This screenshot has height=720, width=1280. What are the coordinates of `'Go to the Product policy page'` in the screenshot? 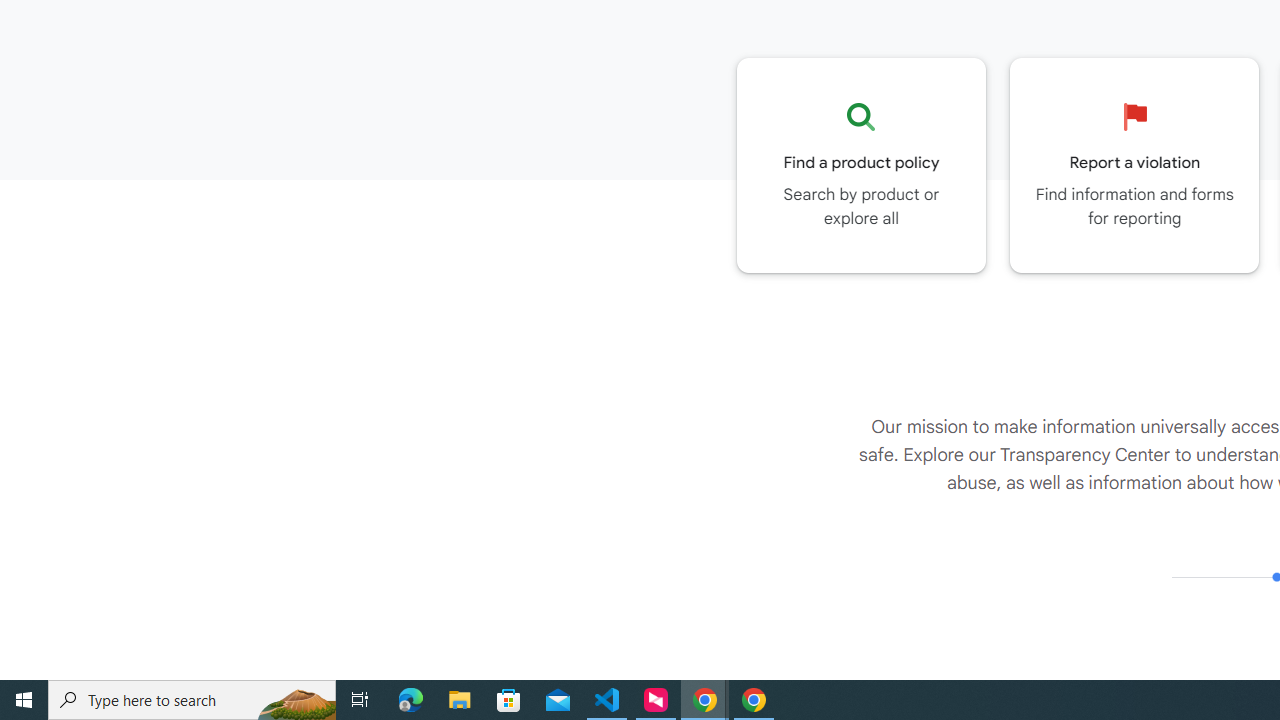 It's located at (861, 164).